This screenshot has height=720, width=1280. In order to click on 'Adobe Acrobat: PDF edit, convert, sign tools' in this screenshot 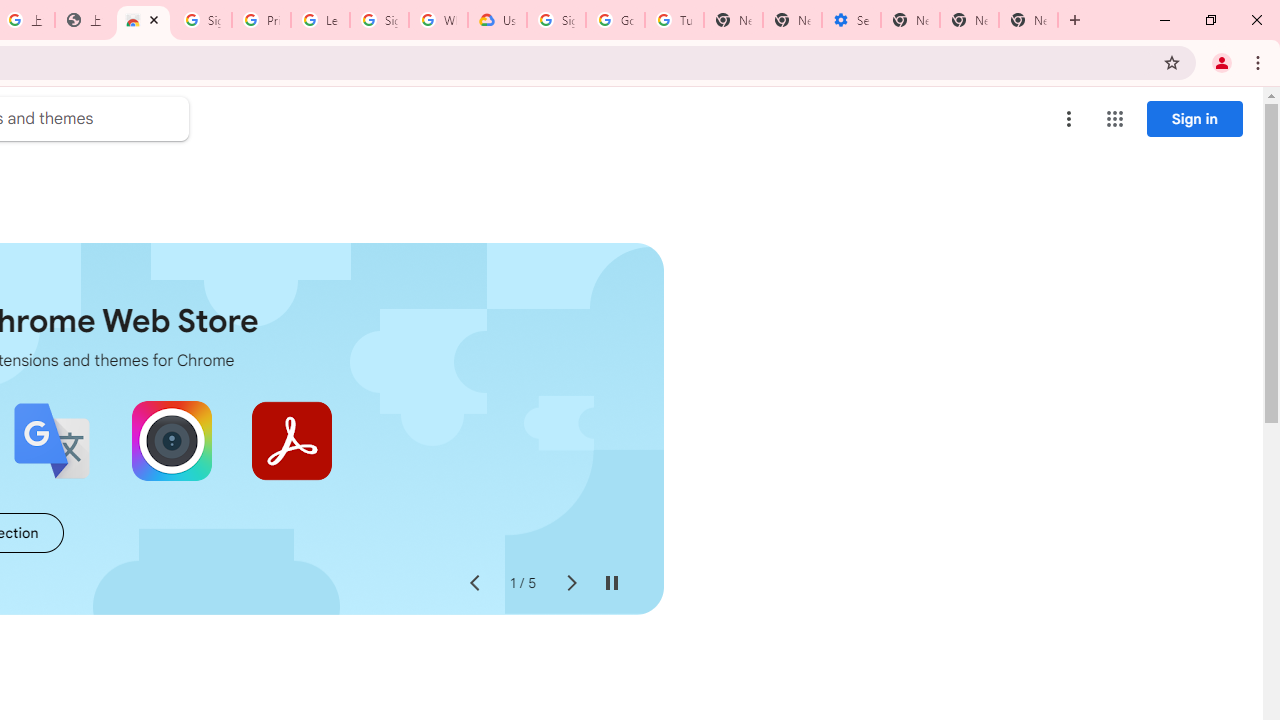, I will do `click(290, 440)`.